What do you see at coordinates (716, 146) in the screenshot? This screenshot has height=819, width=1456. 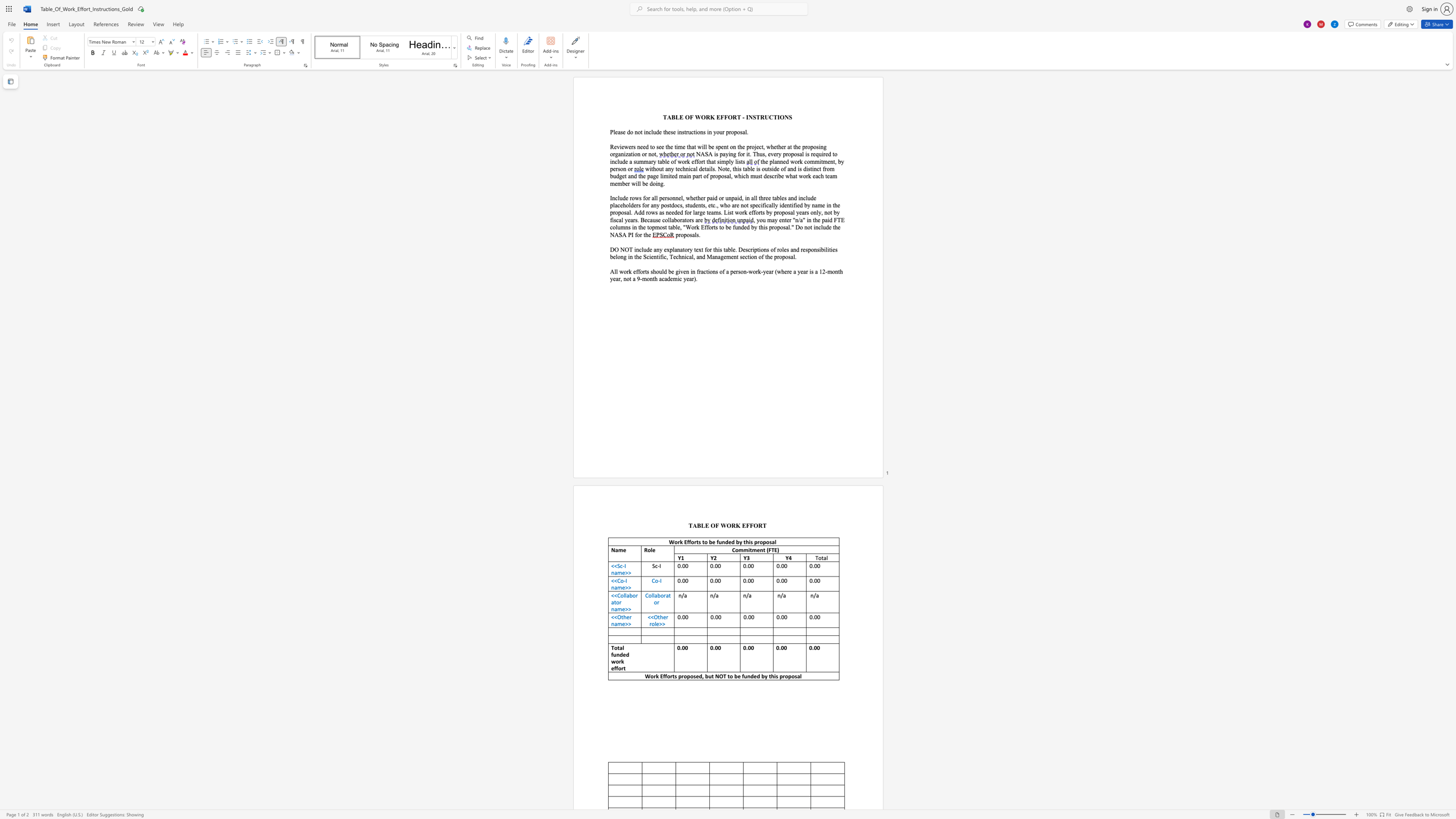 I see `the 3th character "s" in the text` at bounding box center [716, 146].